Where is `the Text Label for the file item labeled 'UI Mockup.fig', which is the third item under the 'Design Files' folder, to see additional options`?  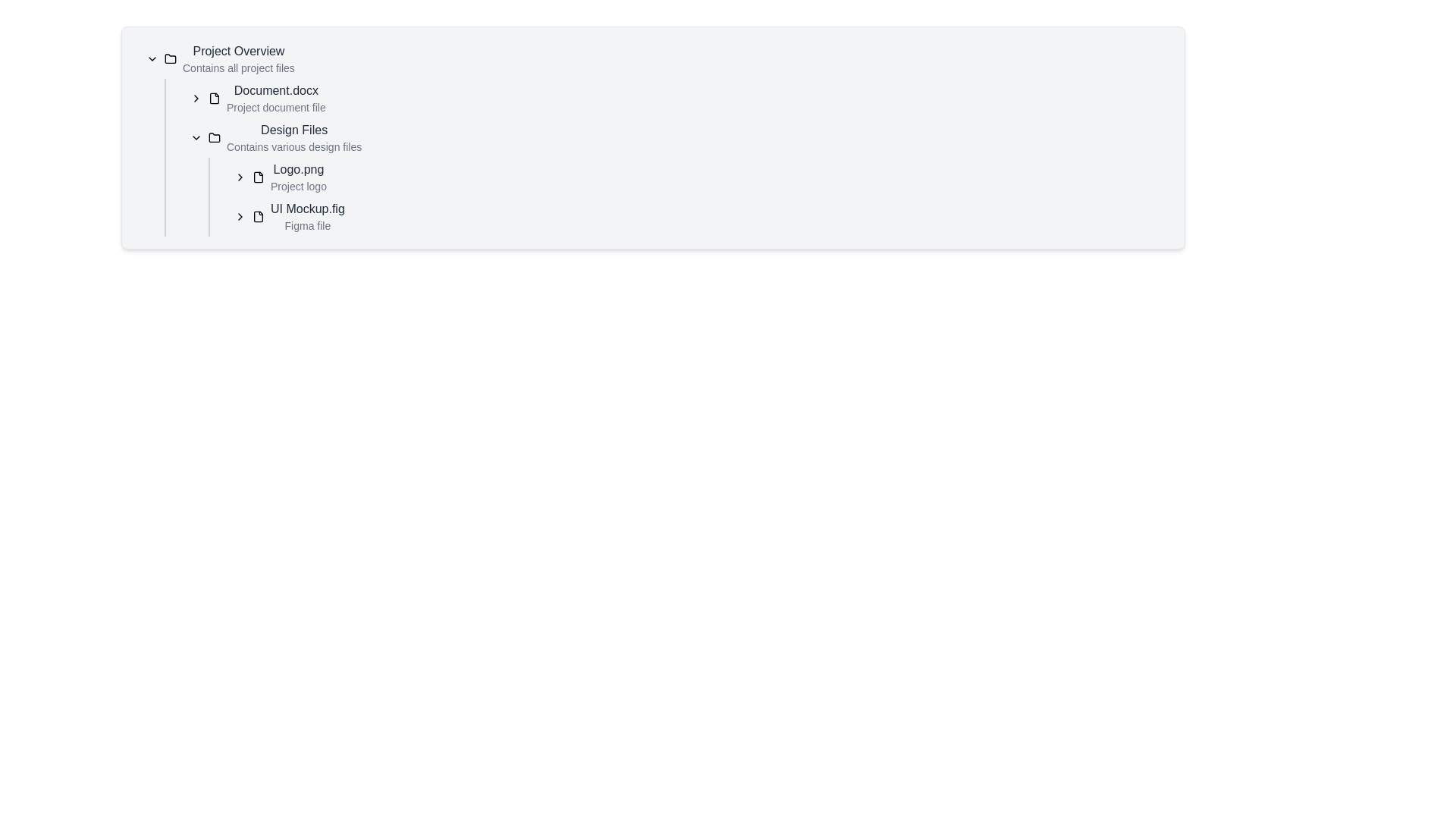 the Text Label for the file item labeled 'UI Mockup.fig', which is the third item under the 'Design Files' folder, to see additional options is located at coordinates (306, 216).